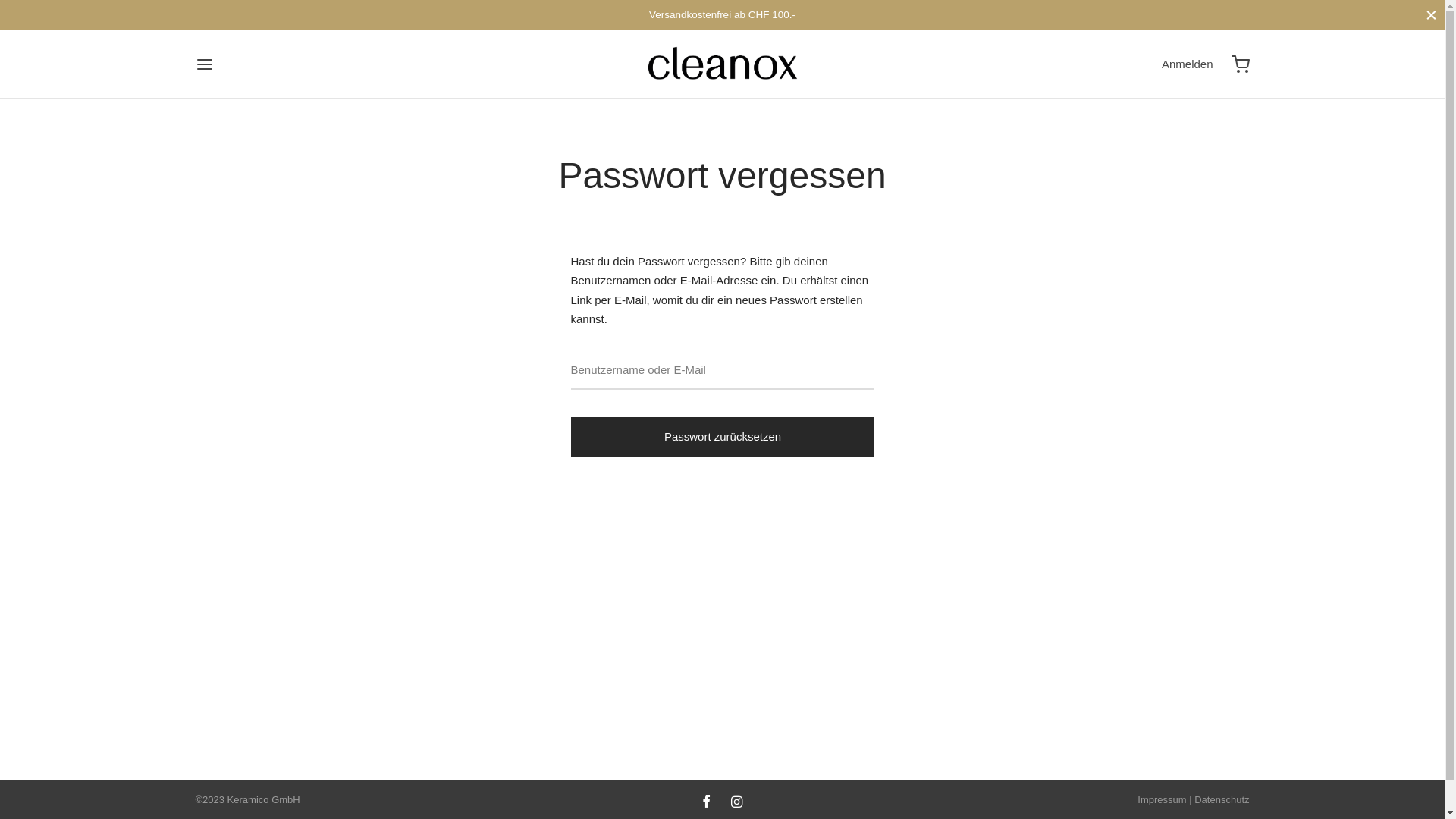 This screenshot has width=1456, height=819. Describe the element at coordinates (1186, 63) in the screenshot. I see `'Anmelden'` at that location.